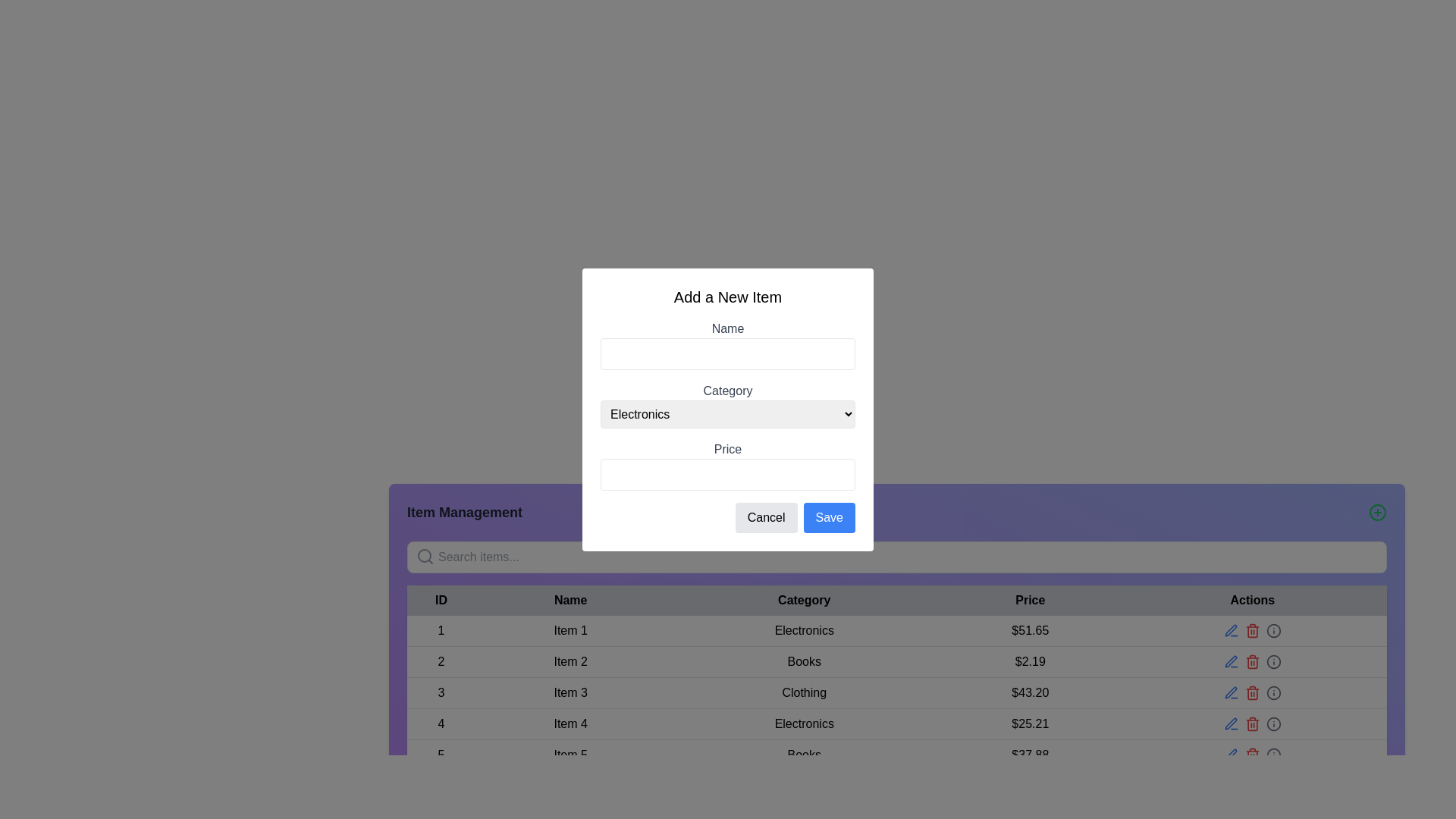  Describe the element at coordinates (1252, 632) in the screenshot. I see `the red stylized trash bin icon in the action column of the item management table for 'Item 1' to initiate a delete action` at that location.